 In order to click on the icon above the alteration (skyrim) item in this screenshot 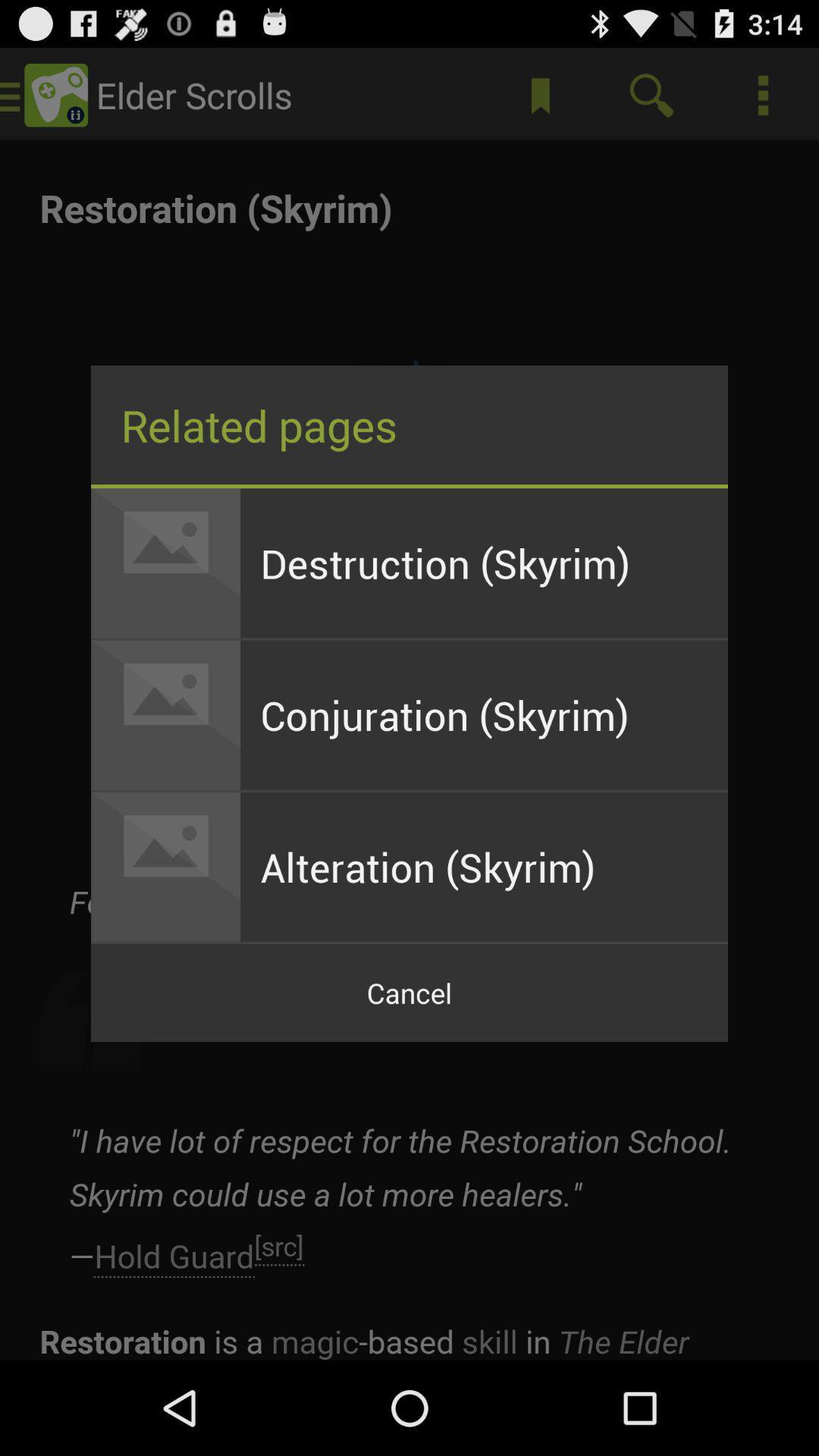, I will do `click(484, 714)`.